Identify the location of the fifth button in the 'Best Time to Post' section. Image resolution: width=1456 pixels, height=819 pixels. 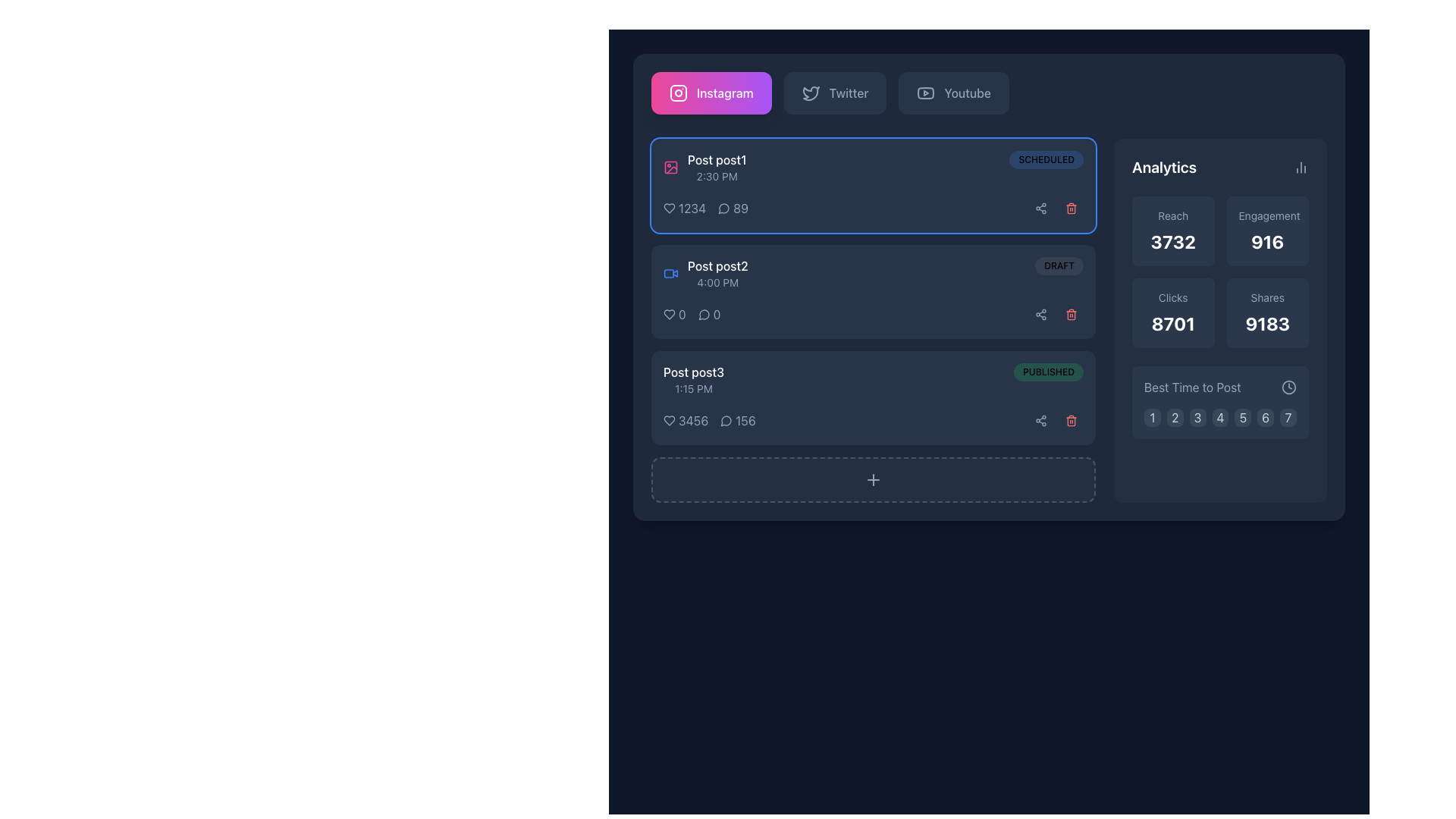
(1242, 418).